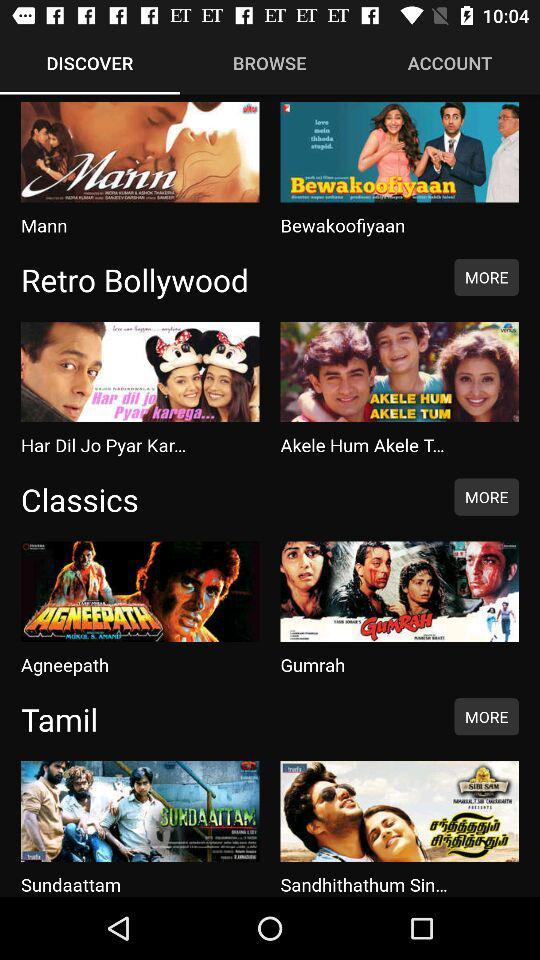  Describe the element at coordinates (226, 498) in the screenshot. I see `icon to the left of more` at that location.